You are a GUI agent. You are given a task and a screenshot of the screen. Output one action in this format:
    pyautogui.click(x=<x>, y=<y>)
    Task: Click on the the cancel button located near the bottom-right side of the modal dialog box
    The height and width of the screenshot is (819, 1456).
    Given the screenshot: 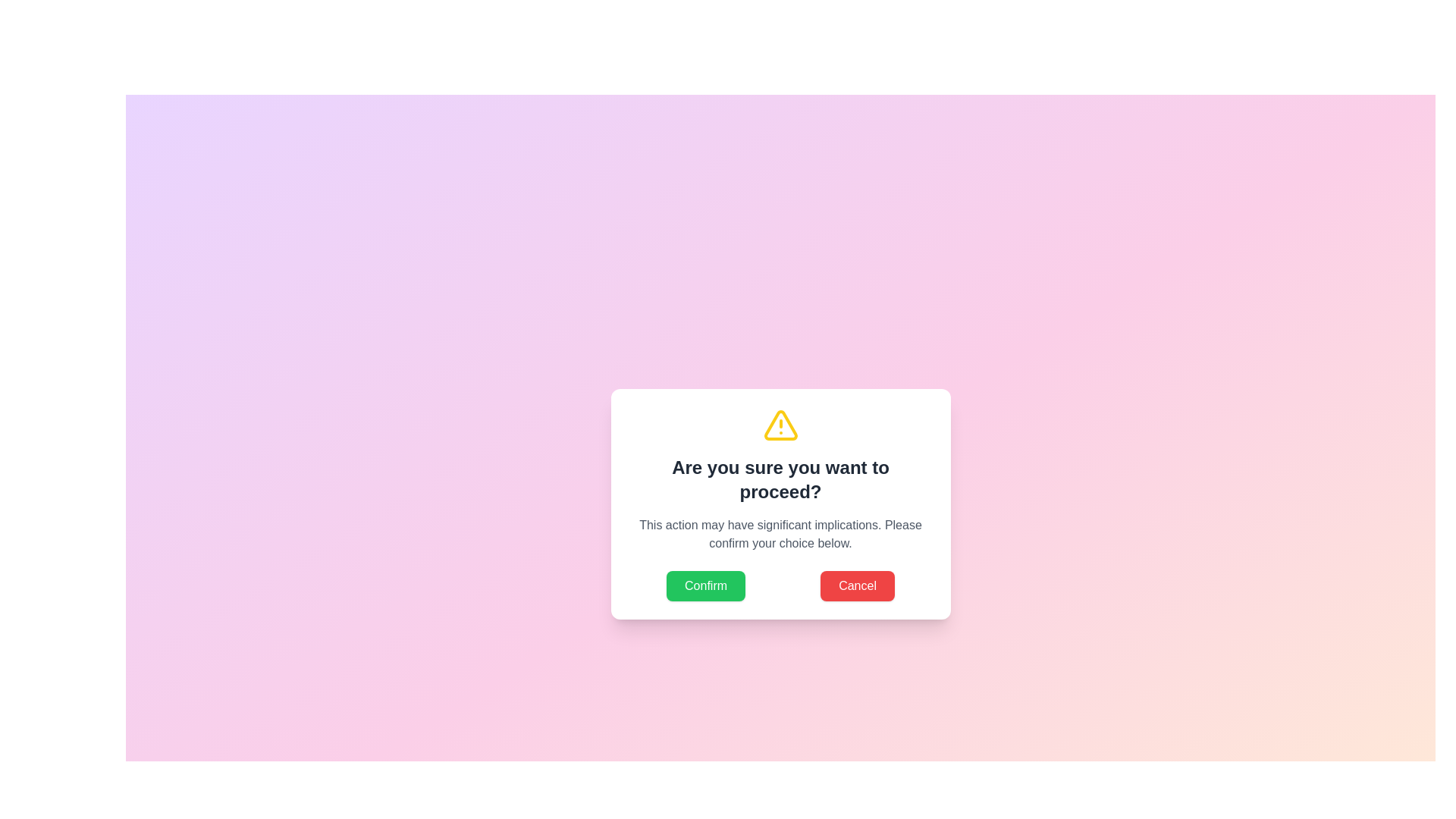 What is the action you would take?
    pyautogui.click(x=858, y=585)
    